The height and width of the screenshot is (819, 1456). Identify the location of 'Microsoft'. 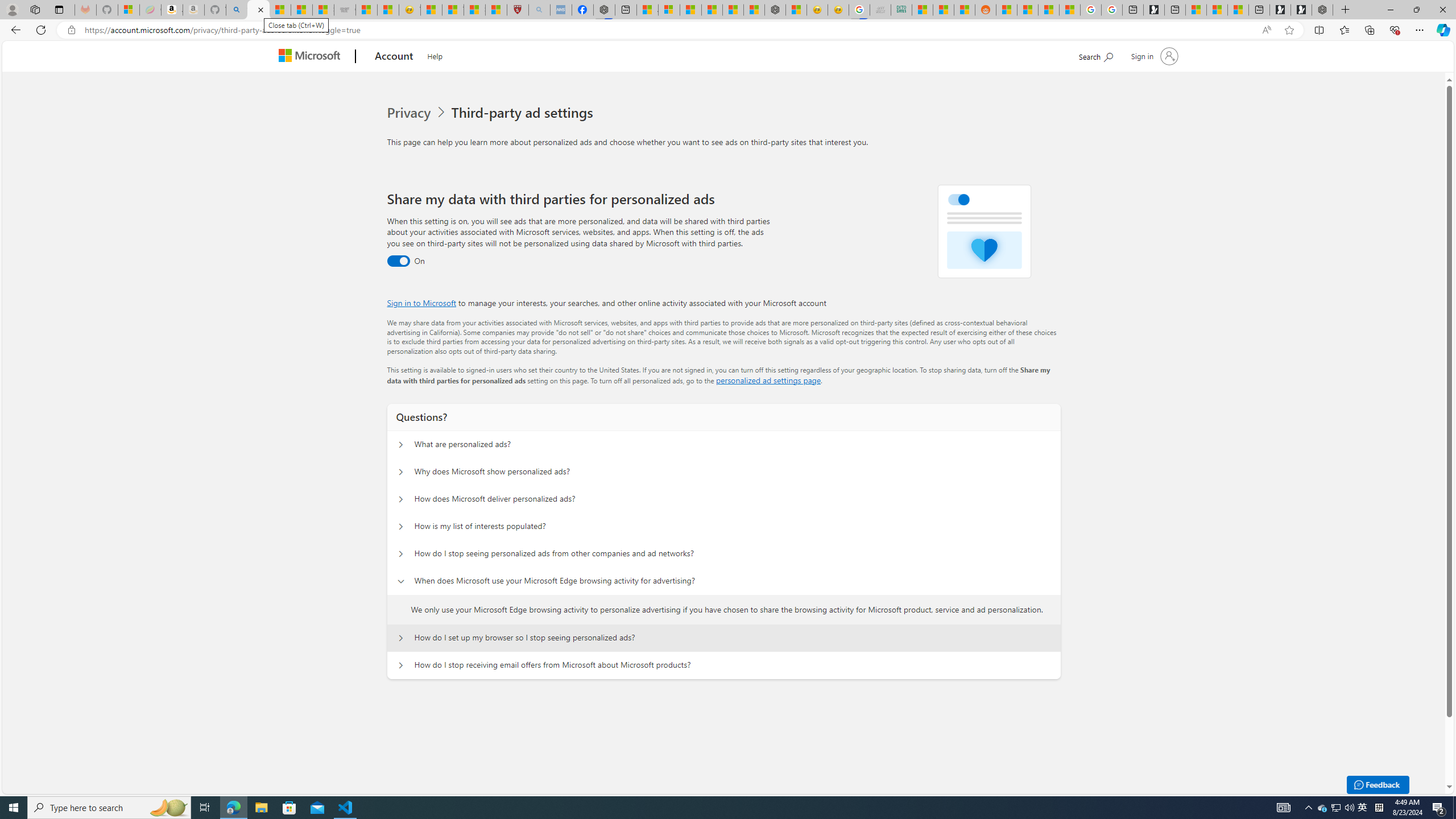
(312, 56).